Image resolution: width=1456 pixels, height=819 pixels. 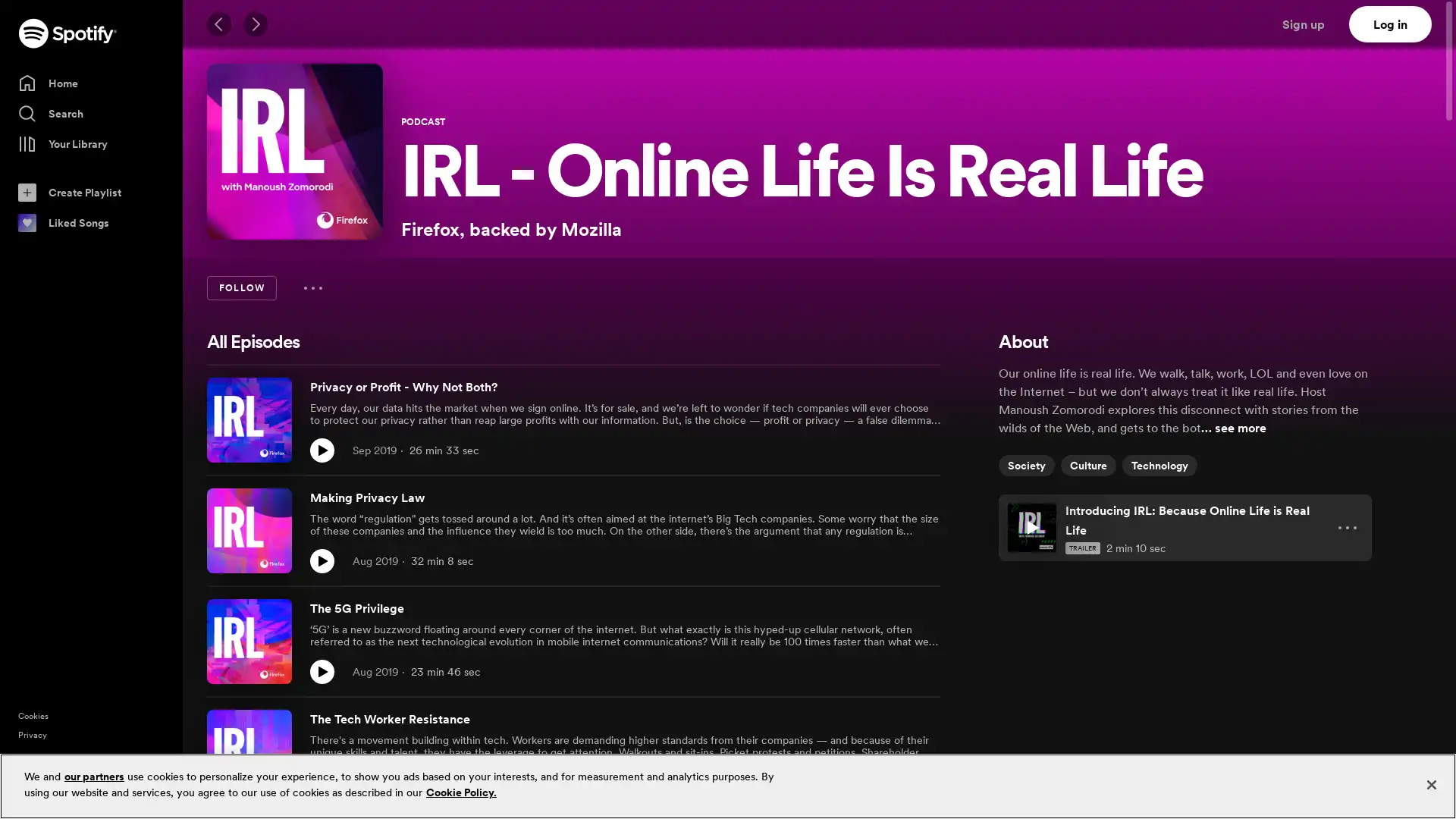 What do you see at coordinates (240, 288) in the screenshot?
I see `FOLLOW` at bounding box center [240, 288].